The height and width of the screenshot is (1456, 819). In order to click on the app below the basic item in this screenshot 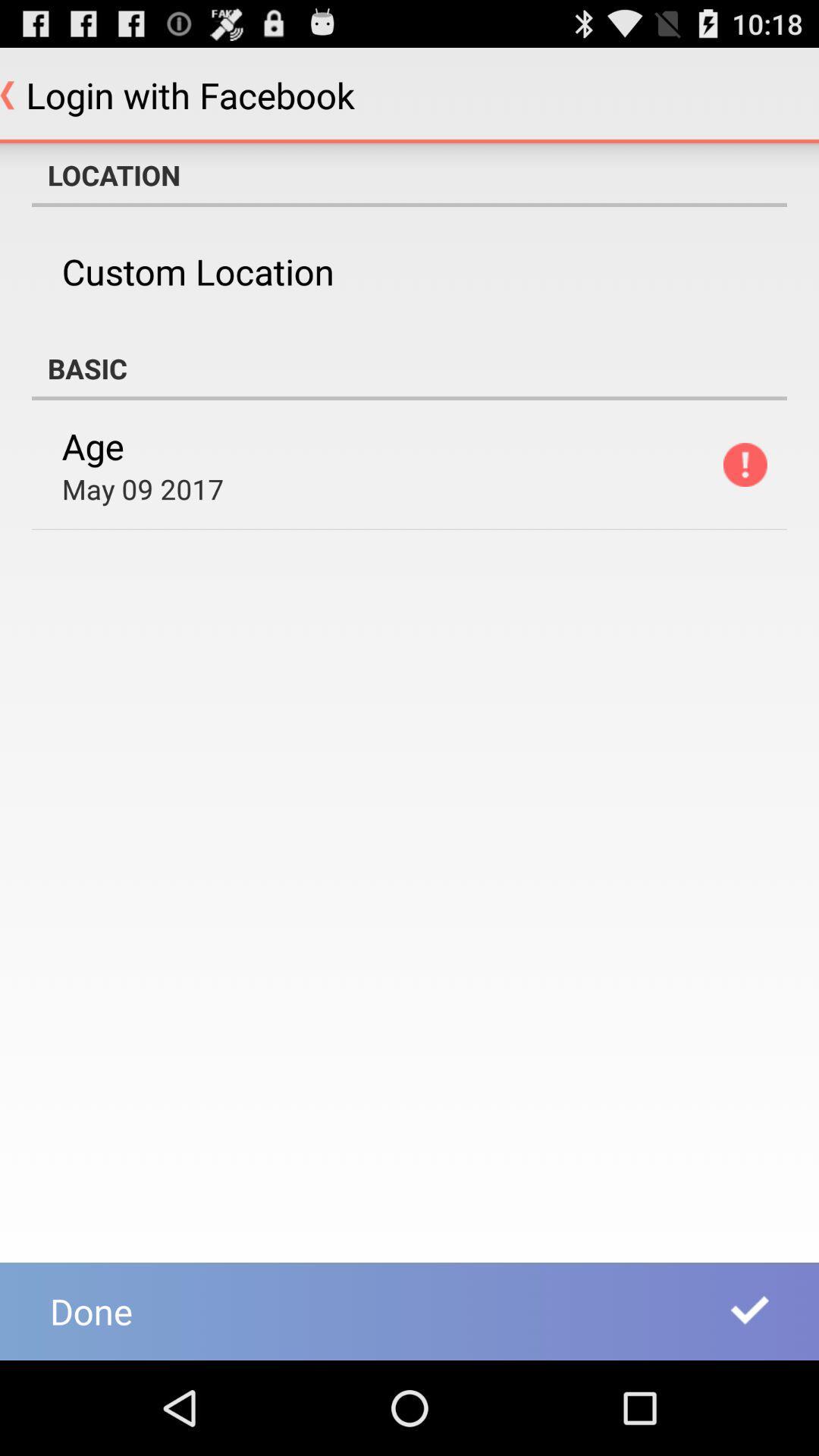, I will do `click(93, 445)`.